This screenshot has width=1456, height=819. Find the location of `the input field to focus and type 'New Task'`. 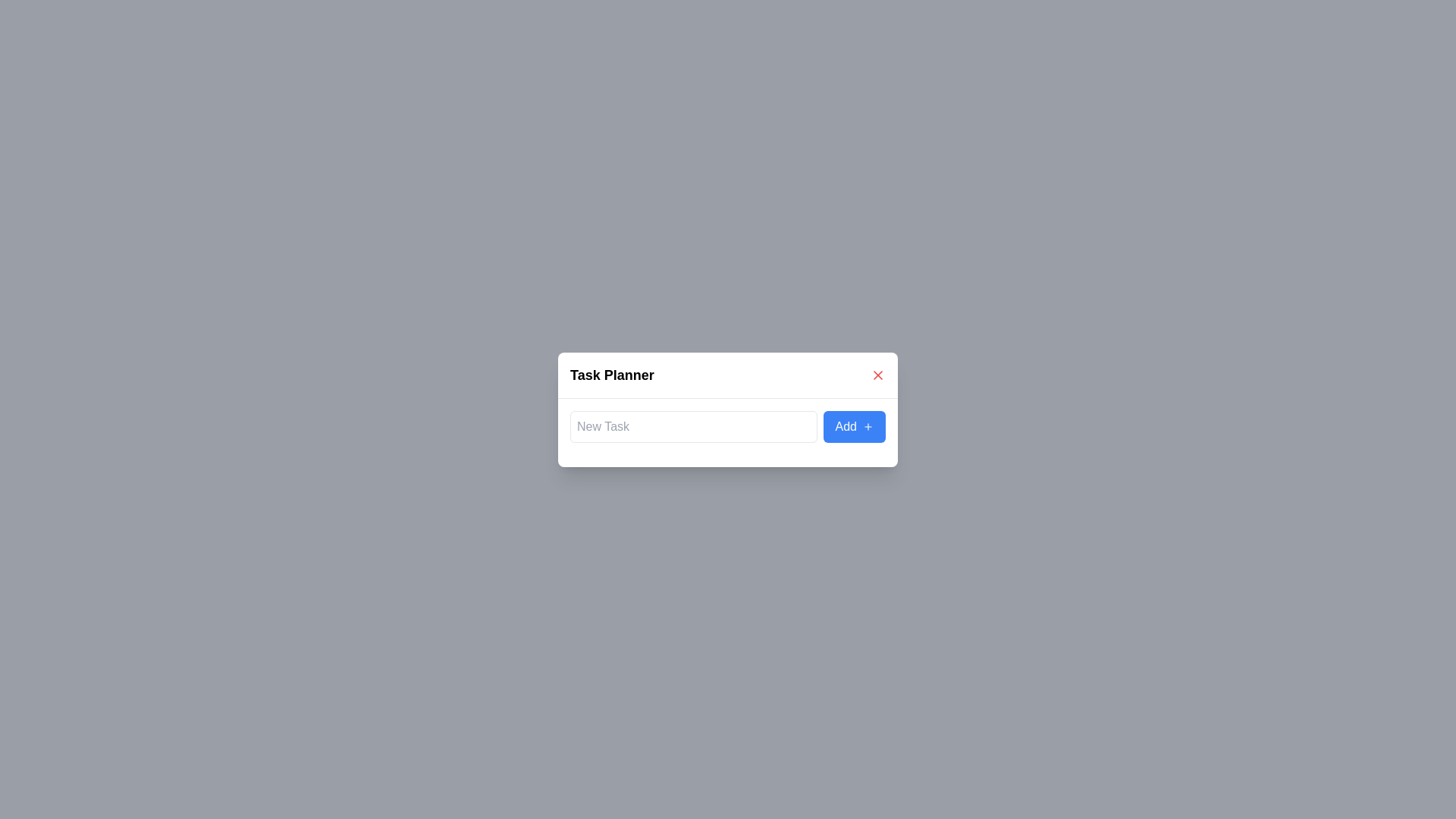

the input field to focus and type 'New Task' is located at coordinates (692, 426).